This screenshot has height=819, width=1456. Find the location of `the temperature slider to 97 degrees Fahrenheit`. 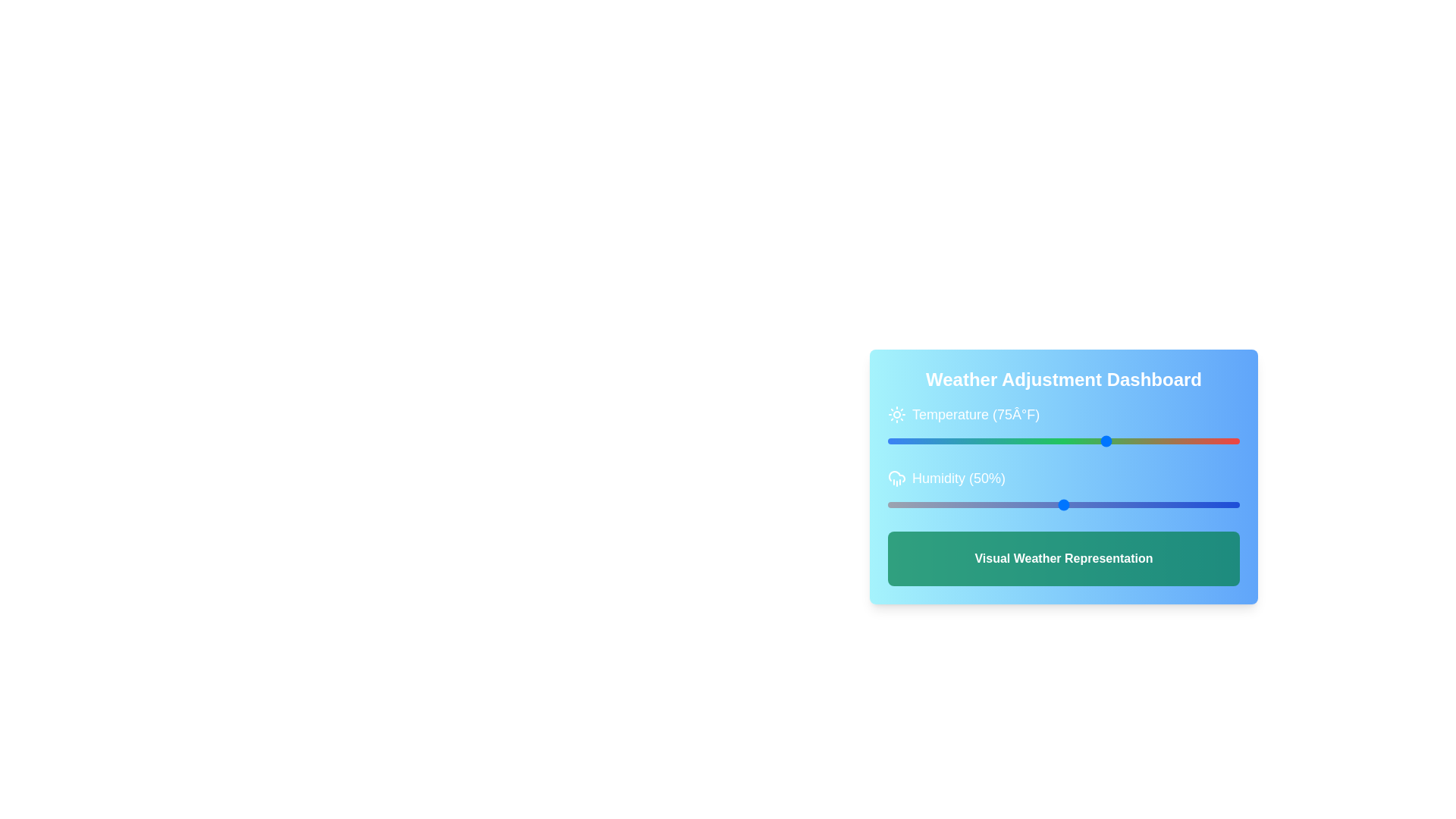

the temperature slider to 97 degrees Fahrenheit is located at coordinates (1147, 441).